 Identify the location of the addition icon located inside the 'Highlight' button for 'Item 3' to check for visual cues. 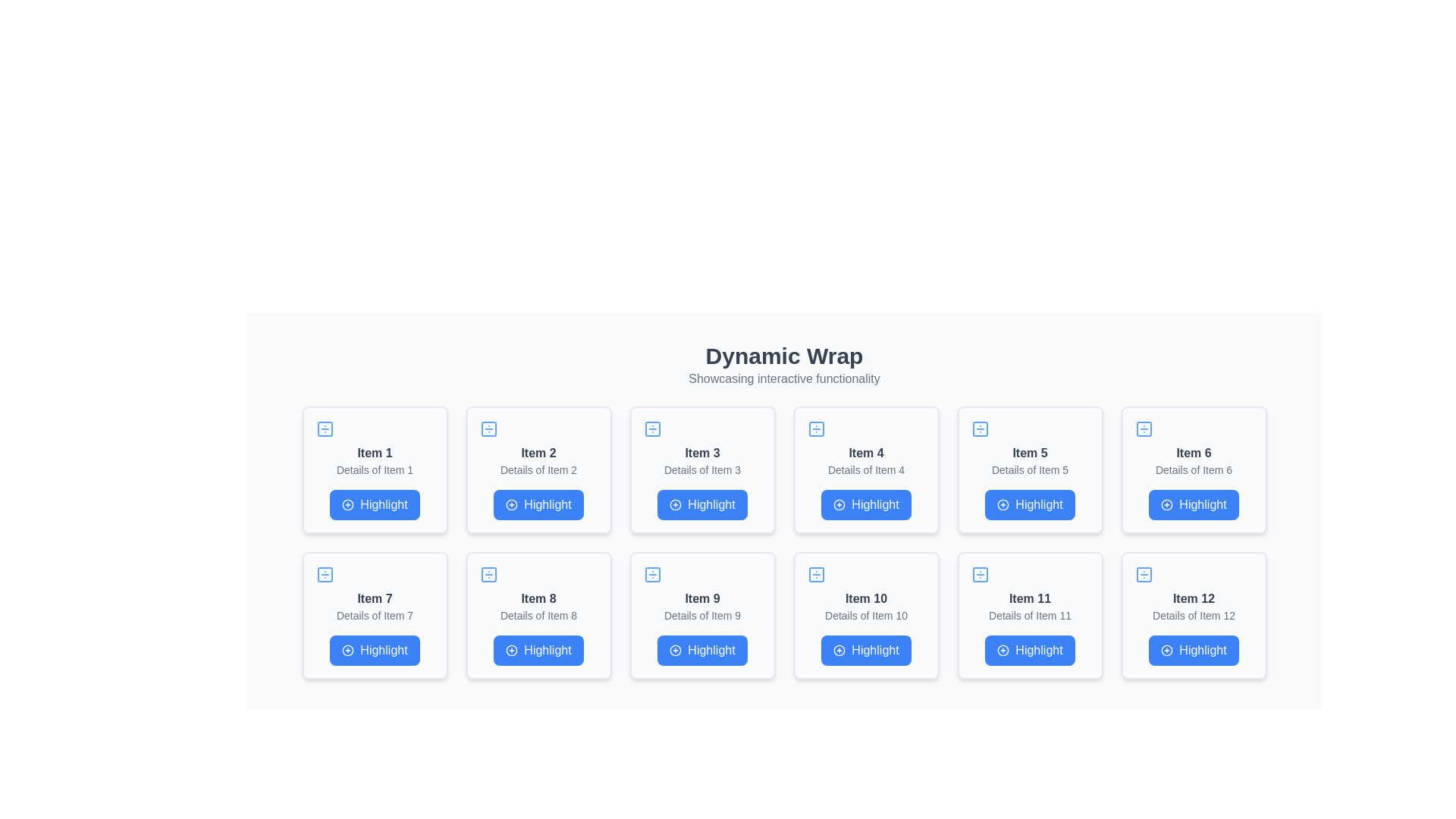
(675, 505).